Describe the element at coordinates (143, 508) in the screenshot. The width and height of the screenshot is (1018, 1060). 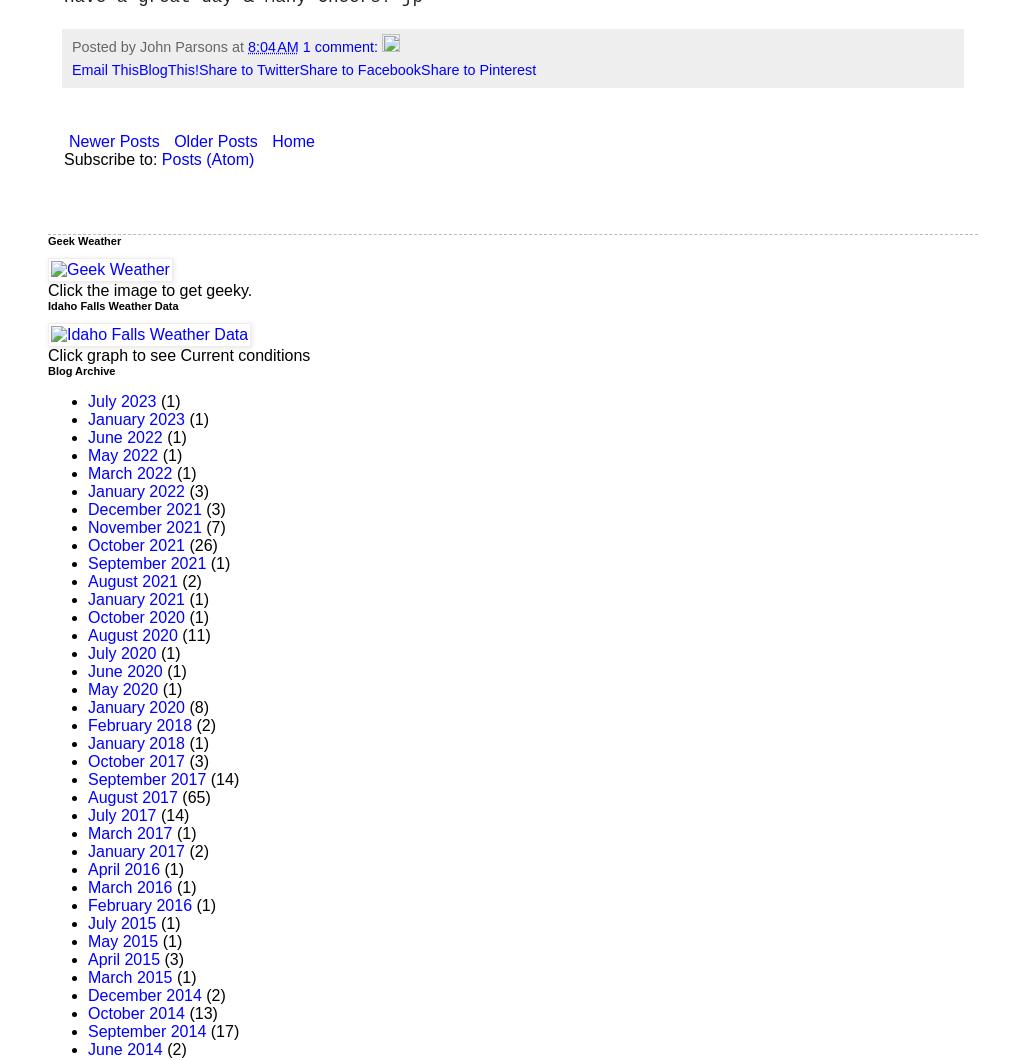
I see `'December 2021'` at that location.